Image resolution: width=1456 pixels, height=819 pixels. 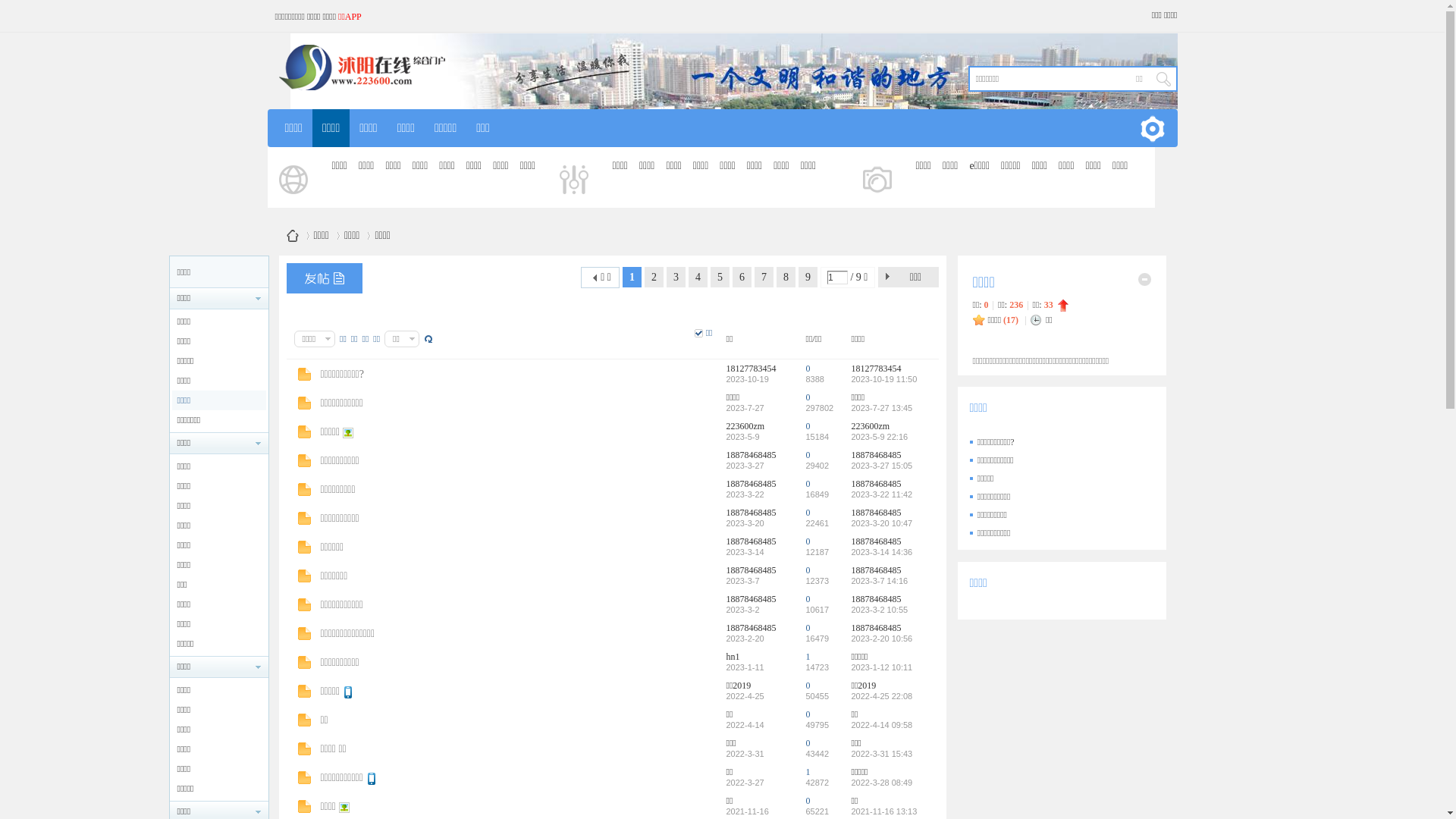 What do you see at coordinates (807, 277) in the screenshot?
I see `'9'` at bounding box center [807, 277].